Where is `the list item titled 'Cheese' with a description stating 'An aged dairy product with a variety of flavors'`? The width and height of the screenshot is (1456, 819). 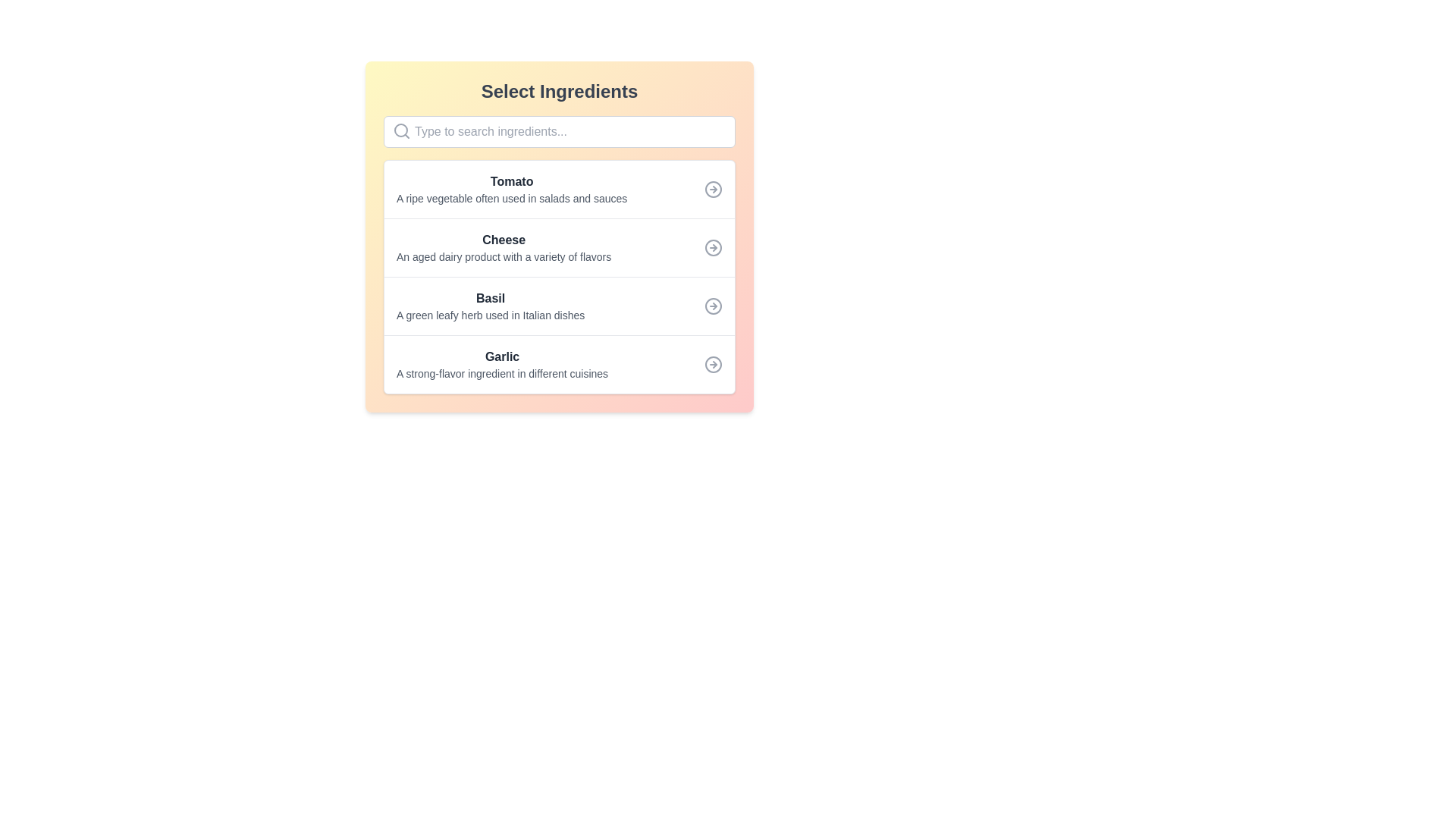
the list item titled 'Cheese' with a description stating 'An aged dairy product with a variety of flavors' is located at coordinates (559, 237).